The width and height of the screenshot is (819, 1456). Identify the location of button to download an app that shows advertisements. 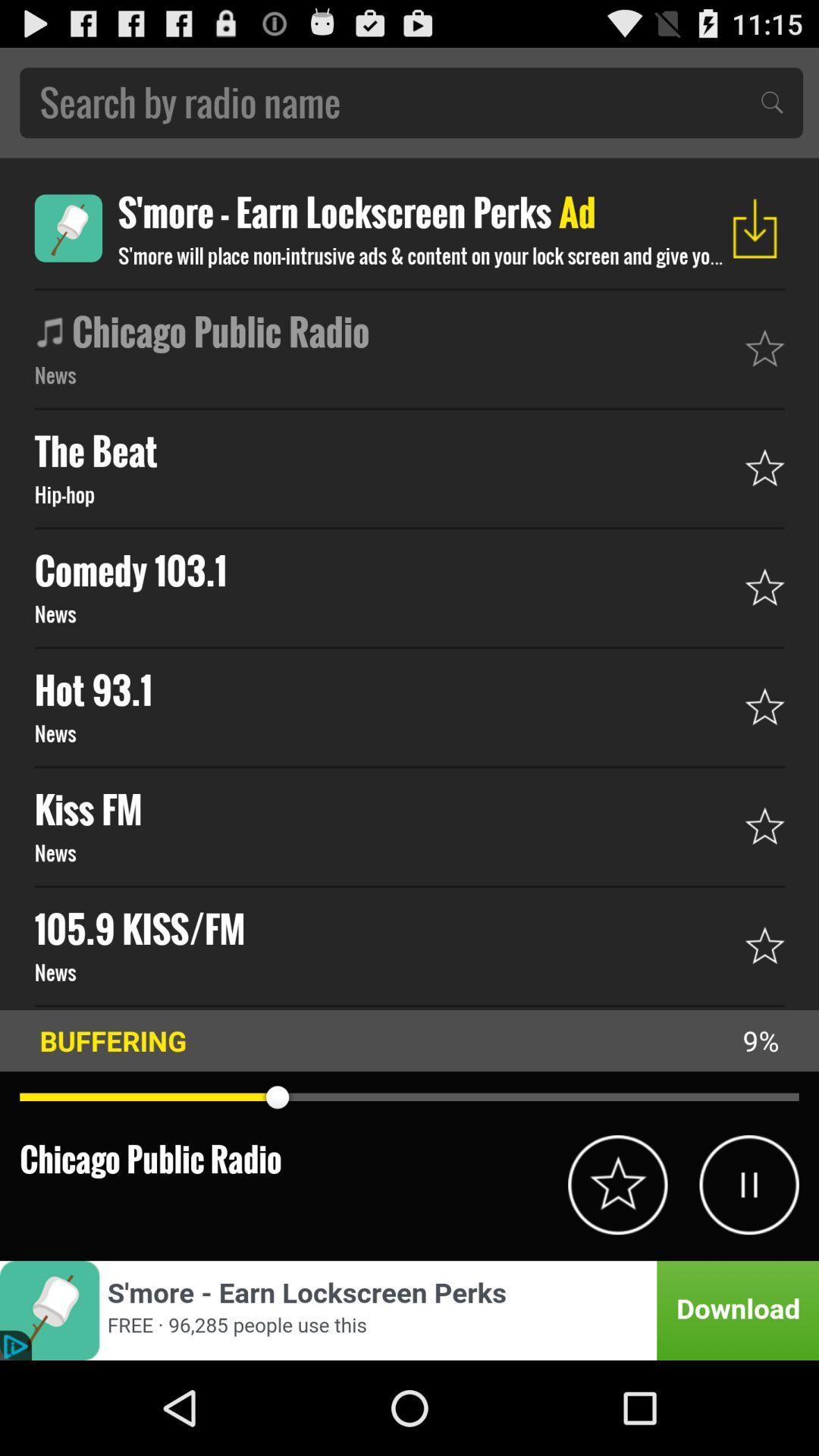
(68, 227).